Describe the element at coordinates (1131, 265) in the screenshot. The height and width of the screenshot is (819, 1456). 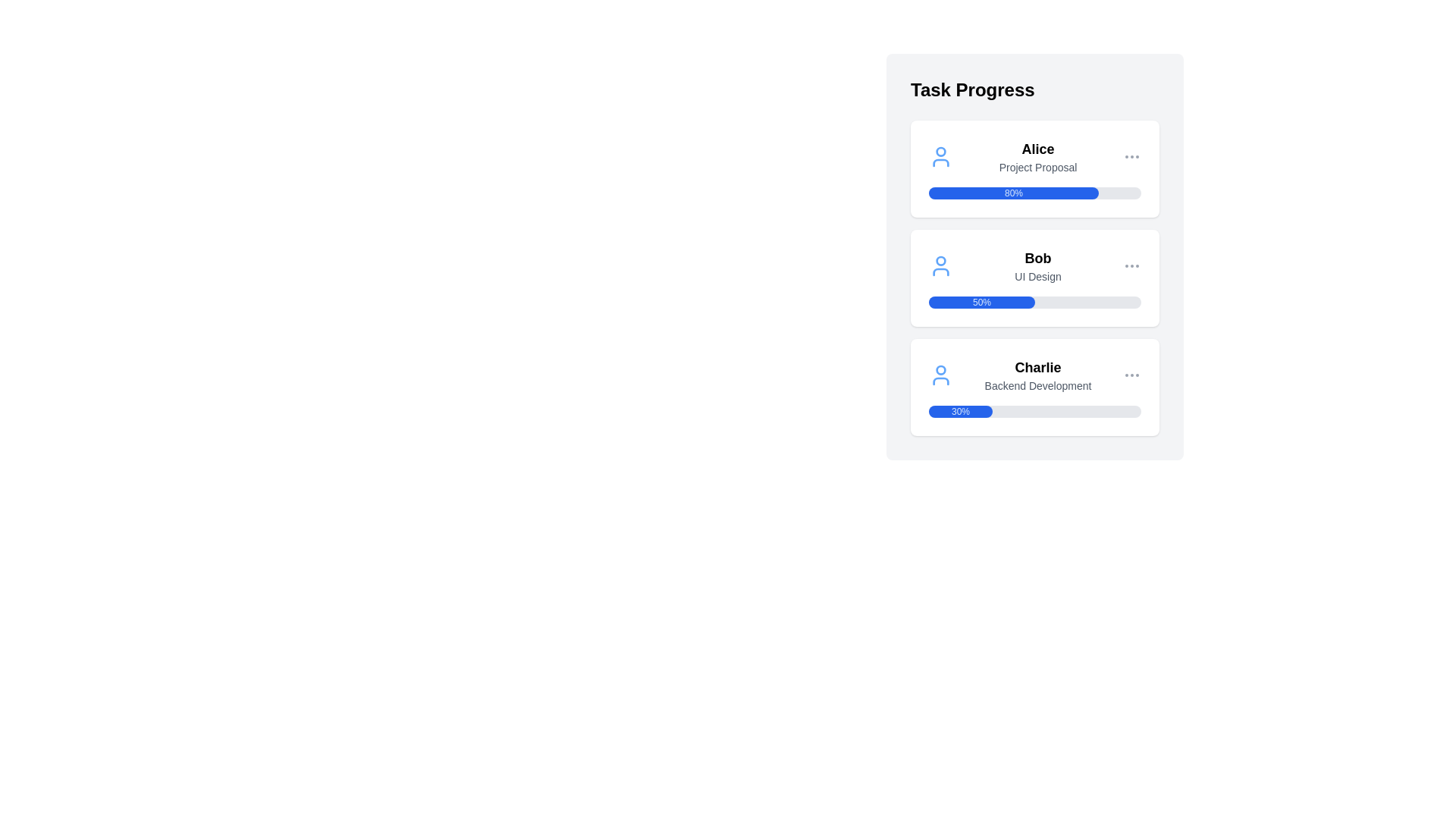
I see `the center dot of the ellipsis icon located on the right-hand side of the segment labeled 'Bob UI Design'` at that location.